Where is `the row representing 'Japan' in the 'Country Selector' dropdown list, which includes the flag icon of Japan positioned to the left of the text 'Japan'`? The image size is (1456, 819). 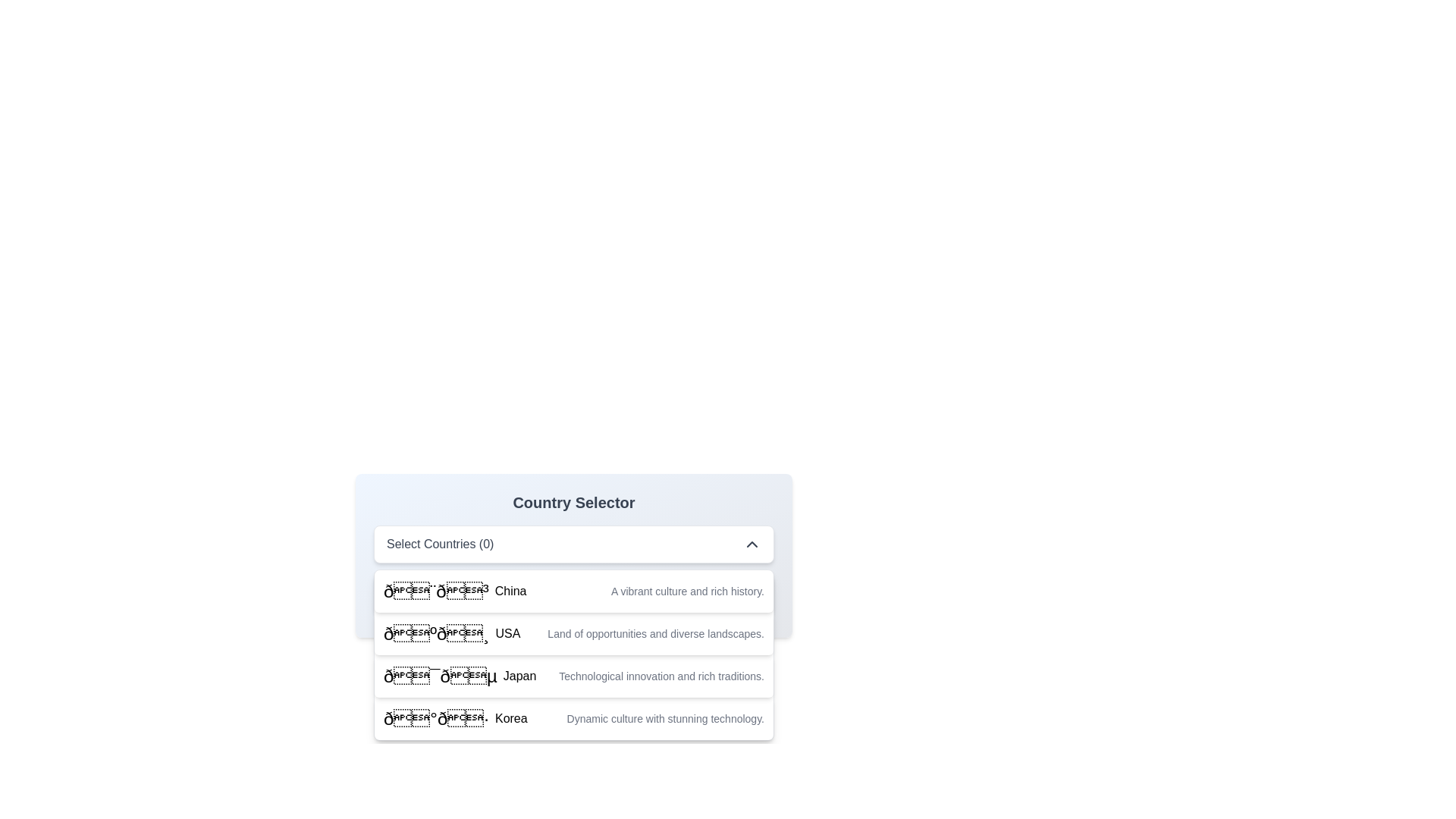 the row representing 'Japan' in the 'Country Selector' dropdown list, which includes the flag icon of Japan positioned to the left of the text 'Japan' is located at coordinates (439, 675).